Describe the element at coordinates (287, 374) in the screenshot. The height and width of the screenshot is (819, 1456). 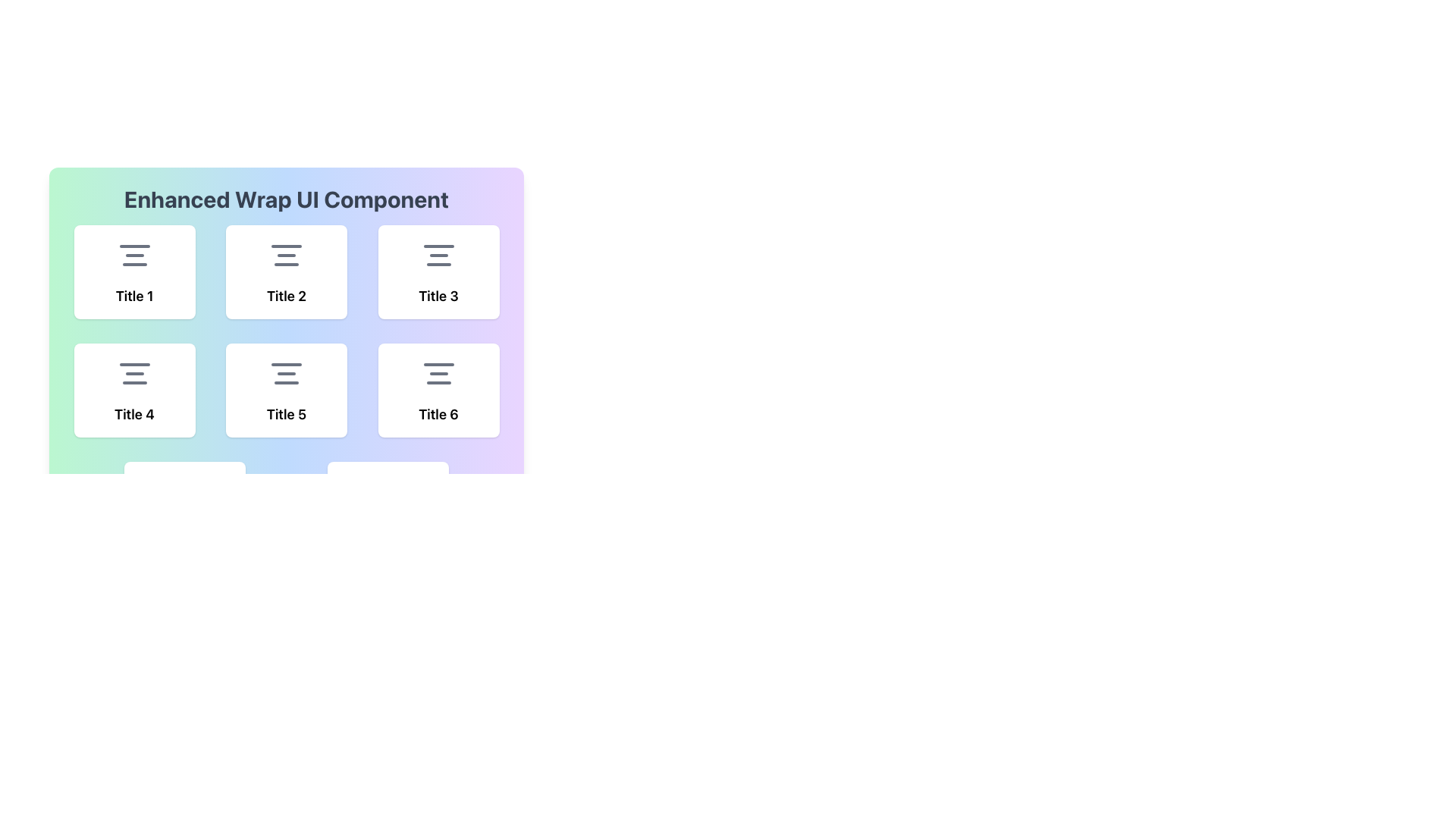
I see `decorative icon located at the top center of the card labeled 'Title 5' by clicking on it` at that location.